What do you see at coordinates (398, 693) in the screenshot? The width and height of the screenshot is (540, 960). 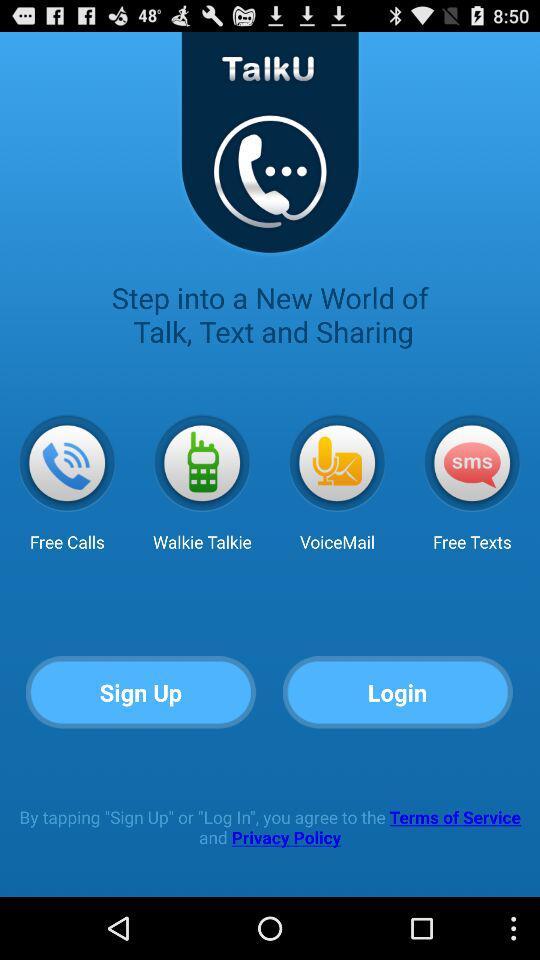 I see `button at the bottom right corner` at bounding box center [398, 693].